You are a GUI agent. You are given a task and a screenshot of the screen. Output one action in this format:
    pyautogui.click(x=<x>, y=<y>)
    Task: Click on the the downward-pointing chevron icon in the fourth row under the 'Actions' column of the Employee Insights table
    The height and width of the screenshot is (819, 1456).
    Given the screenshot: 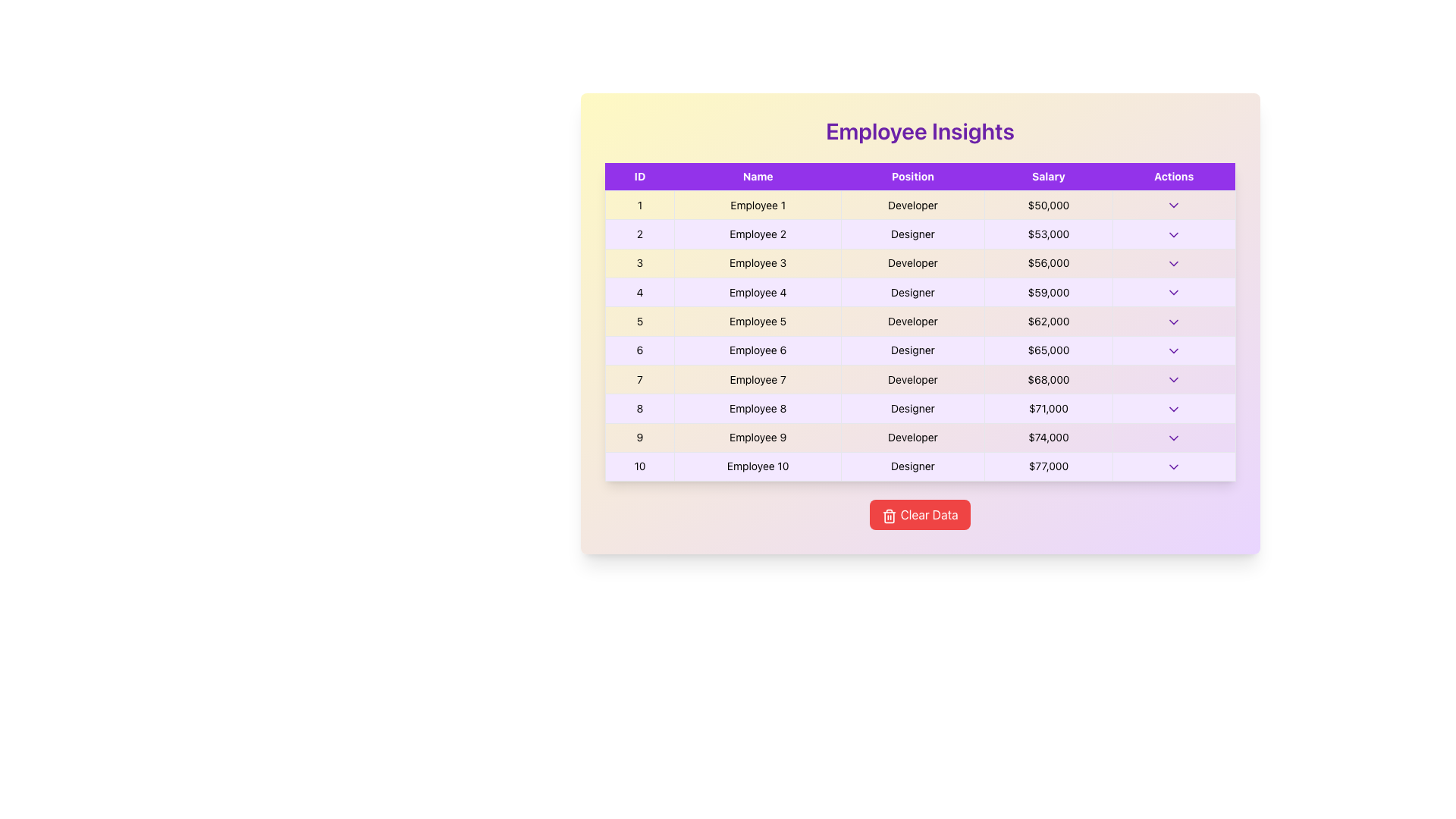 What is the action you would take?
    pyautogui.click(x=1173, y=262)
    